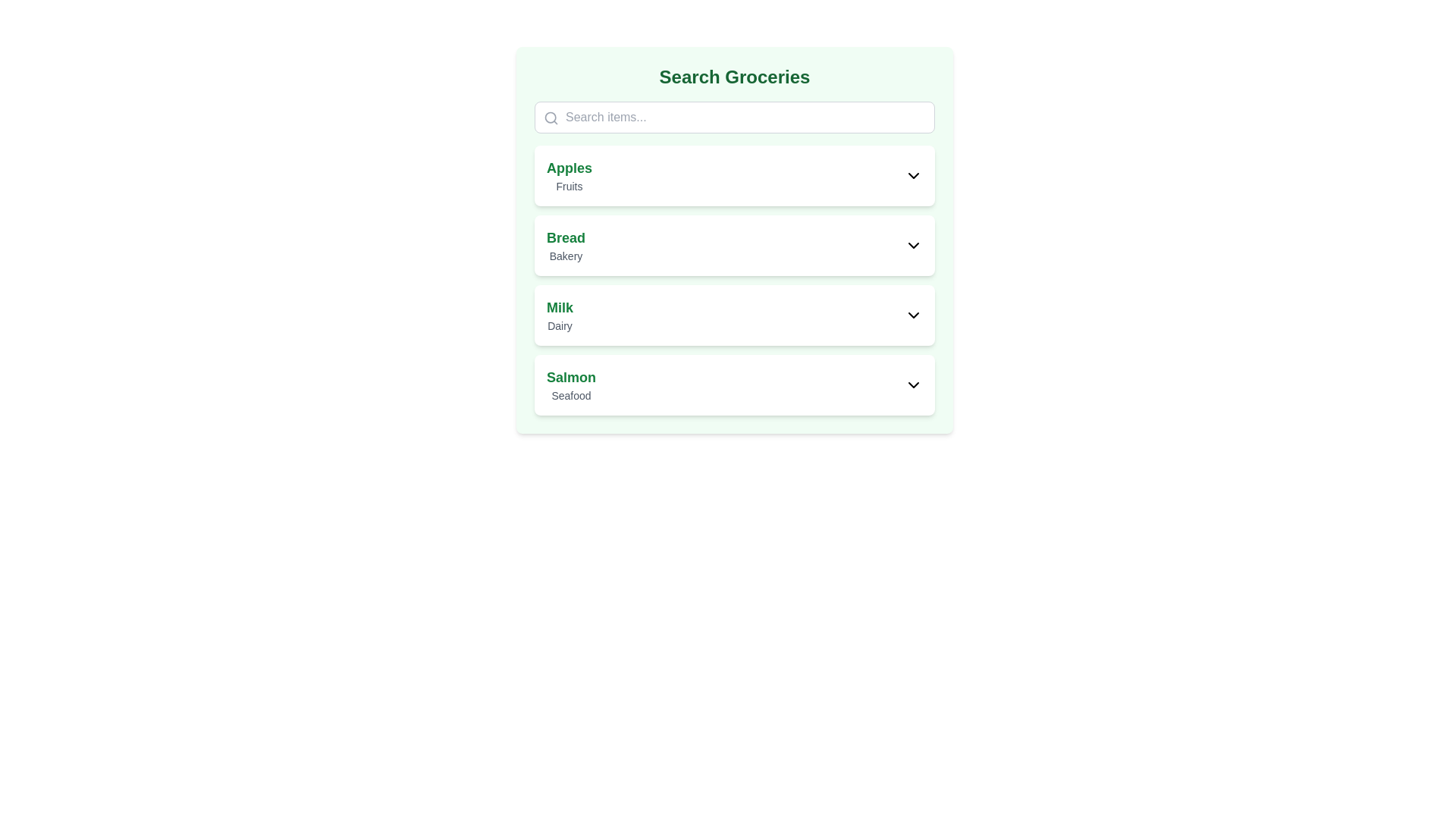  What do you see at coordinates (735, 245) in the screenshot?
I see `the second entry in the dropdown list labeled 'Bread - Bakery'` at bounding box center [735, 245].